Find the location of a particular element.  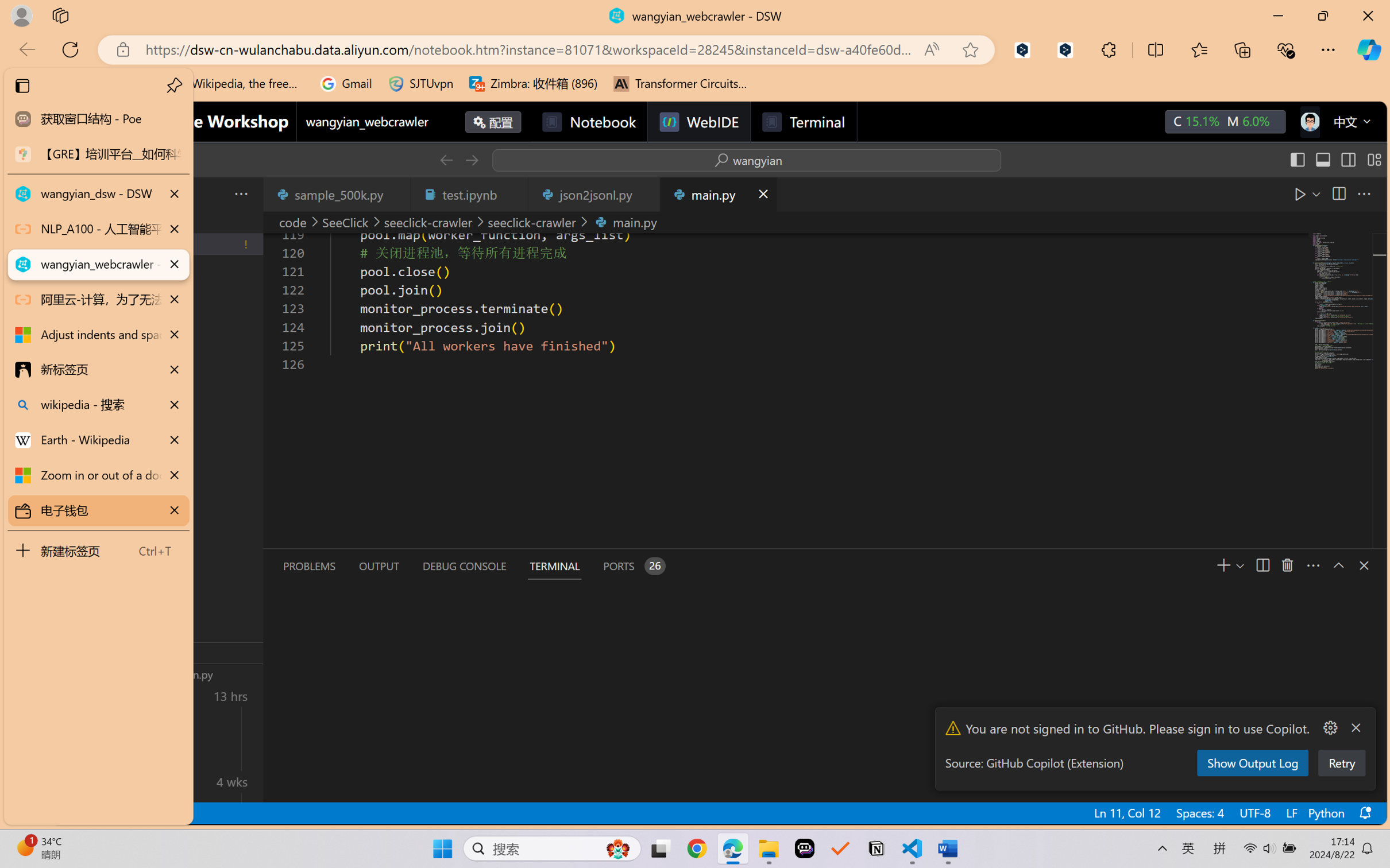

'Transformer Circuits Thread' is located at coordinates (680, 83).